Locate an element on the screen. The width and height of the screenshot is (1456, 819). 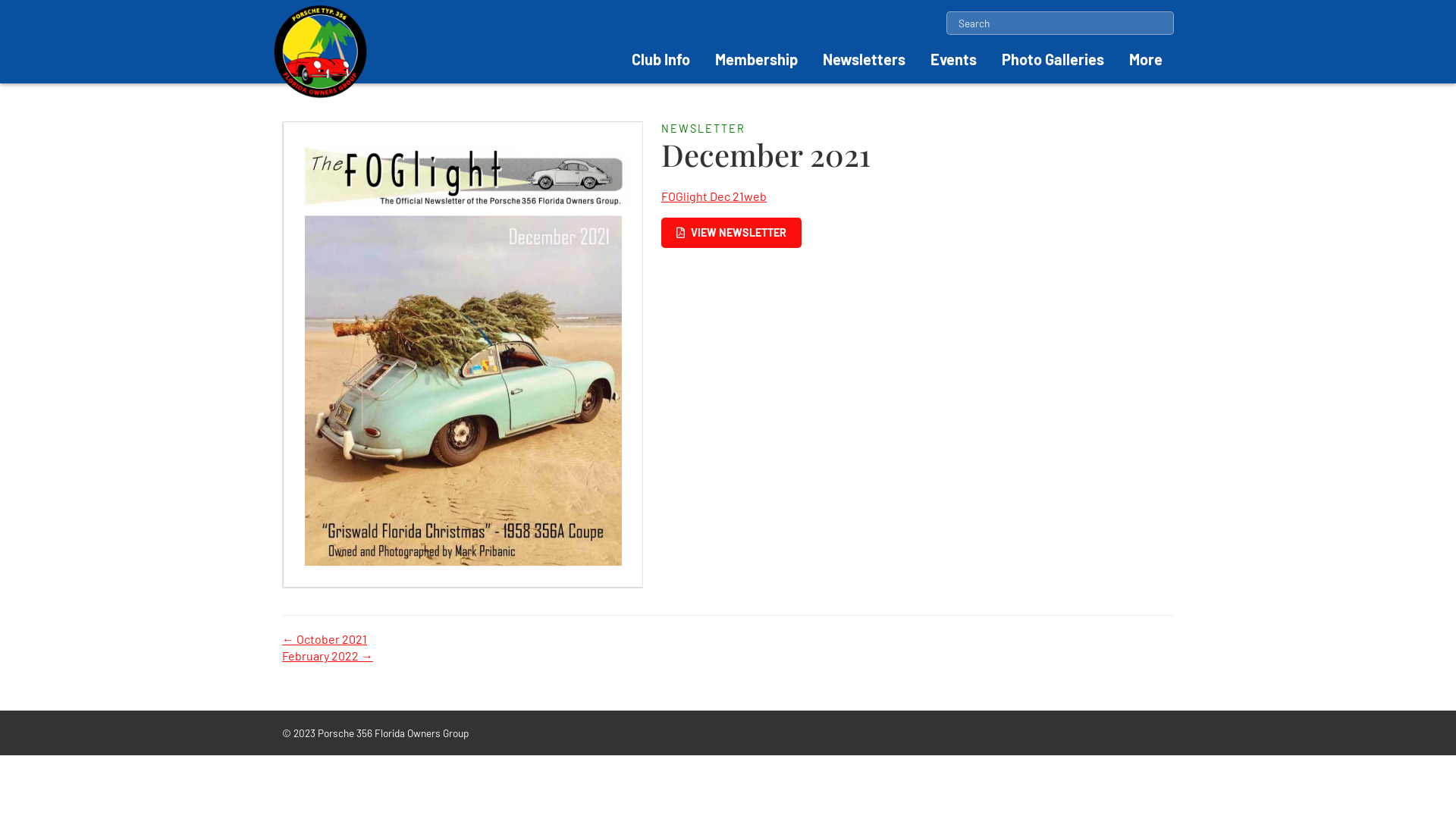
'Club Info' is located at coordinates (661, 58).